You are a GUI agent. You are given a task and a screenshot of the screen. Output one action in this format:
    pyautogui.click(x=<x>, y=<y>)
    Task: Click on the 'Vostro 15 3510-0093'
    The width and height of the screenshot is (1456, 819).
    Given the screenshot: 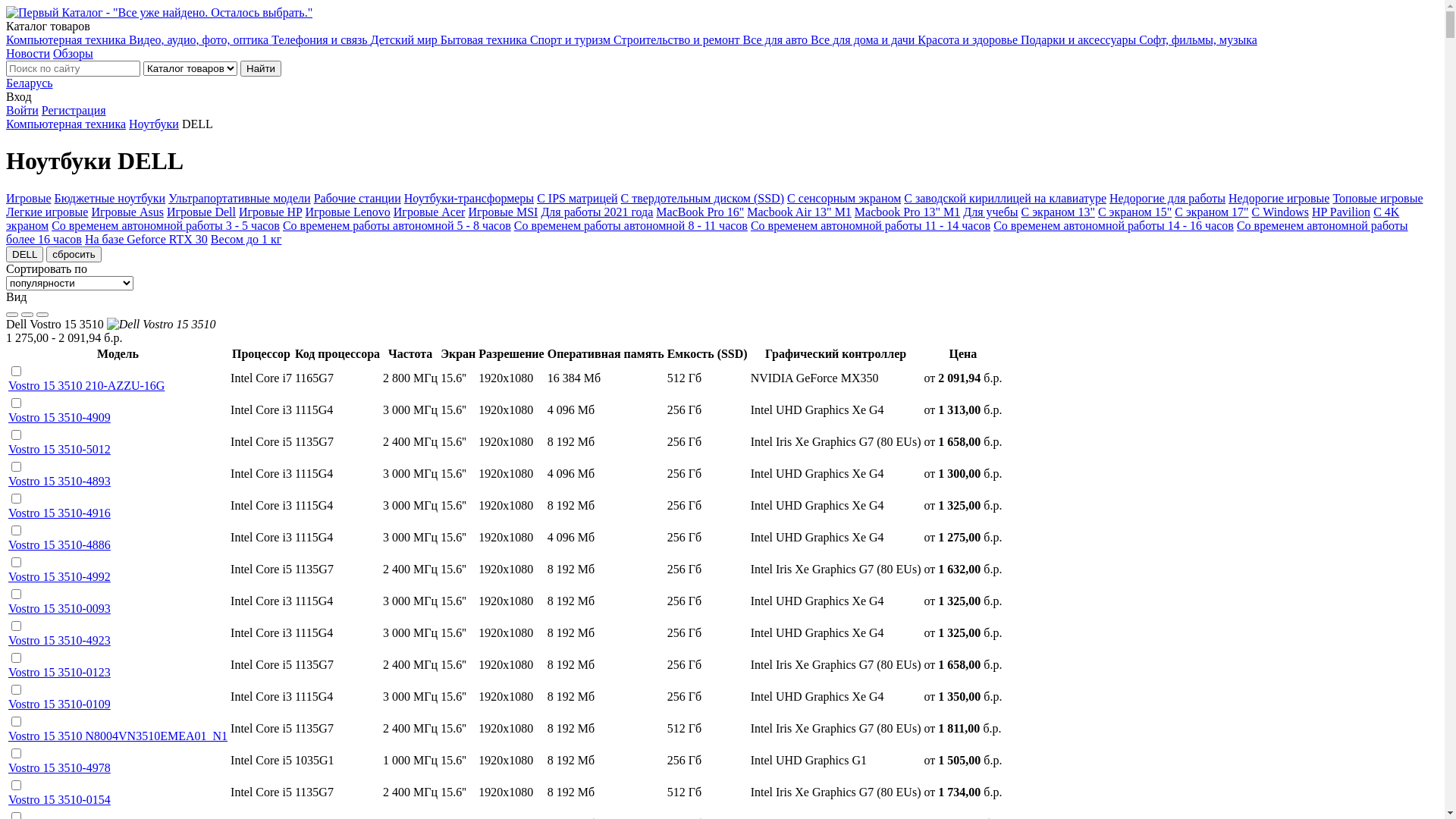 What is the action you would take?
    pyautogui.click(x=8, y=607)
    